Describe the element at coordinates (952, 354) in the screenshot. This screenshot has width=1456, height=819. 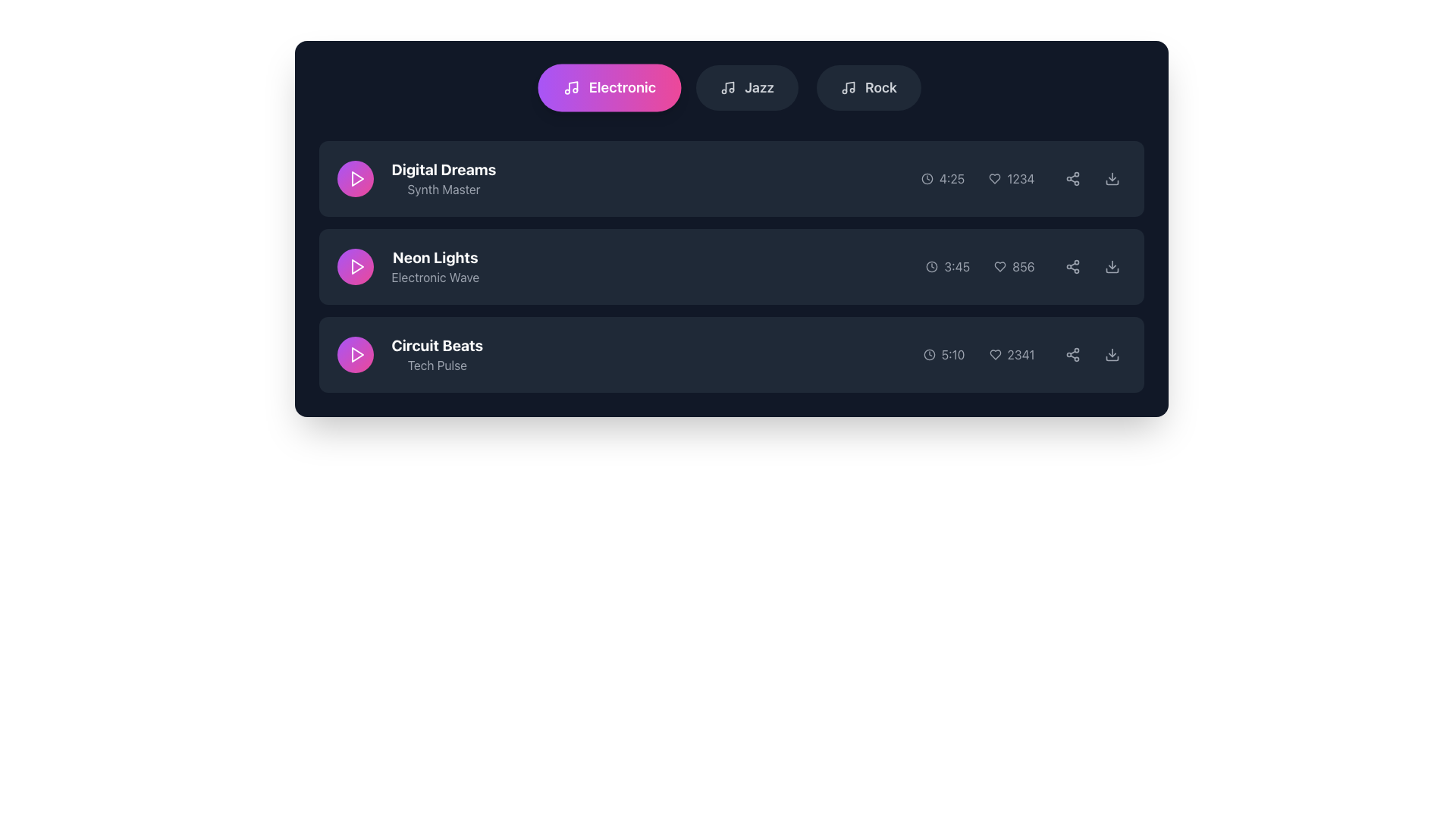
I see `the text label displaying the time '5:10', which is located at the lower-right section of the list item for 'Circuit Beats', aligned with a clock icon and other metadata buttons` at that location.